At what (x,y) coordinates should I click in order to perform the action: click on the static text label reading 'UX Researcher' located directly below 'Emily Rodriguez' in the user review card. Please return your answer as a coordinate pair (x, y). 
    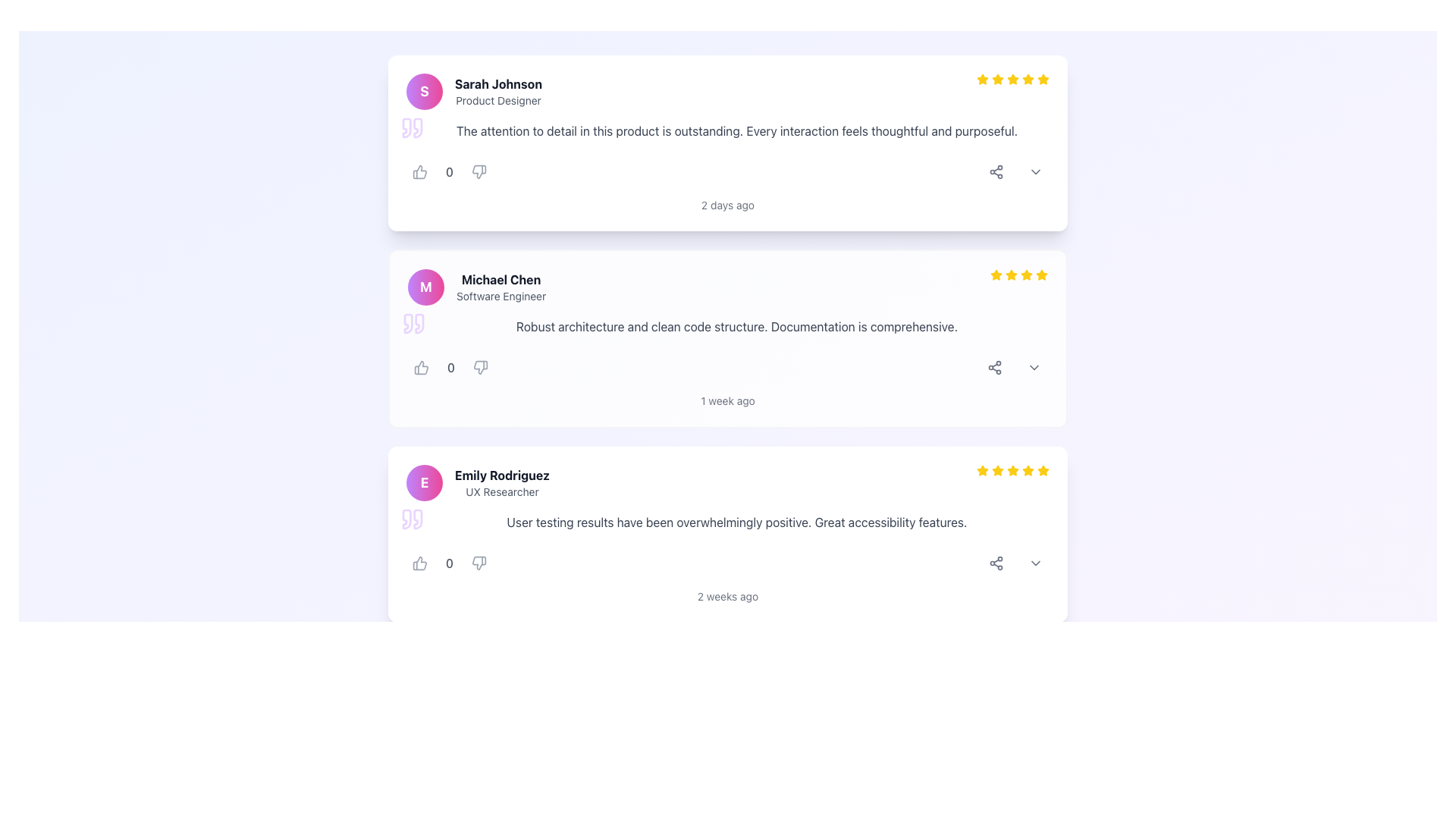
    Looking at the image, I should click on (502, 491).